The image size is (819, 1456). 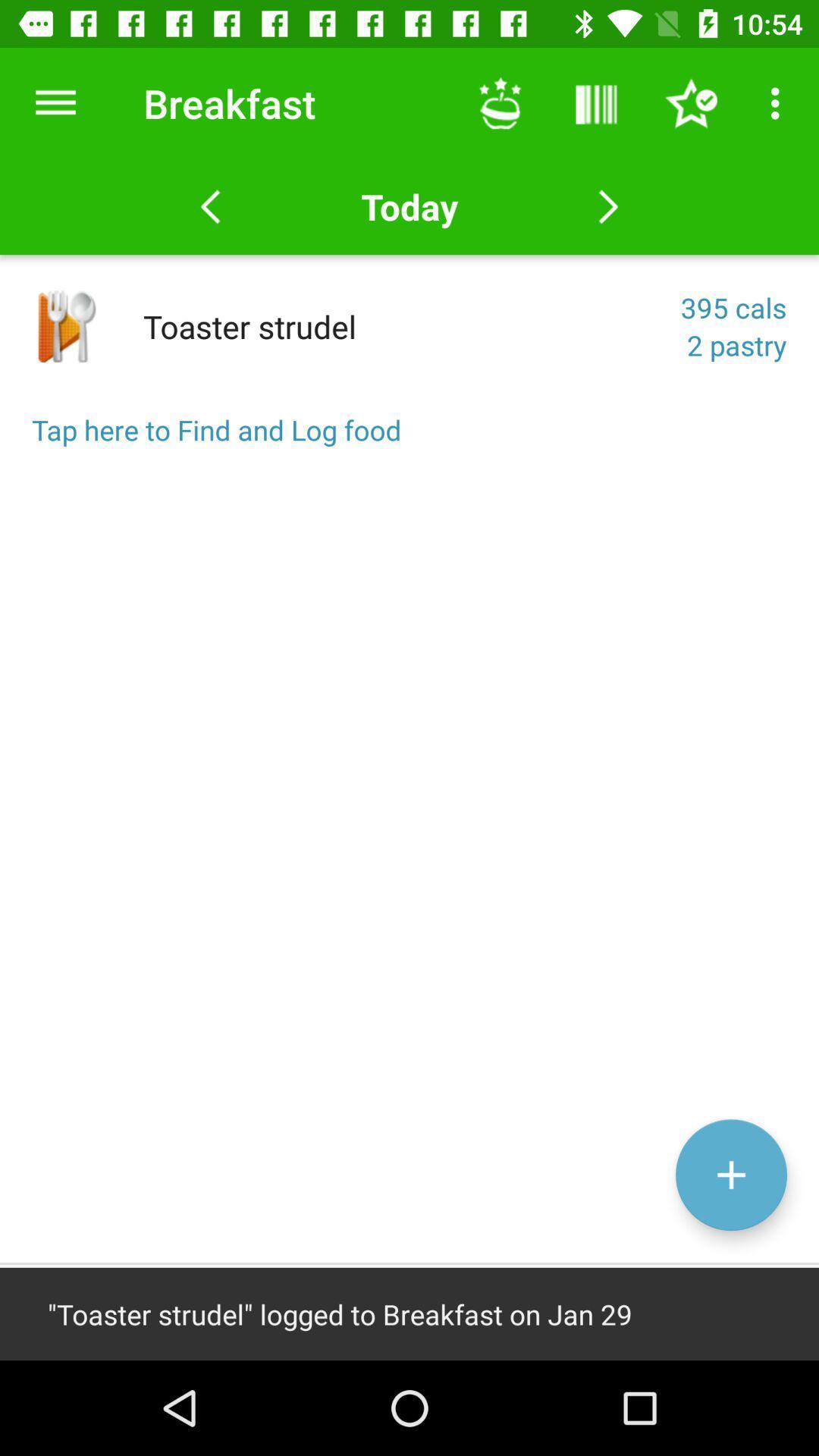 I want to click on the arrow_forward icon, so click(x=607, y=206).